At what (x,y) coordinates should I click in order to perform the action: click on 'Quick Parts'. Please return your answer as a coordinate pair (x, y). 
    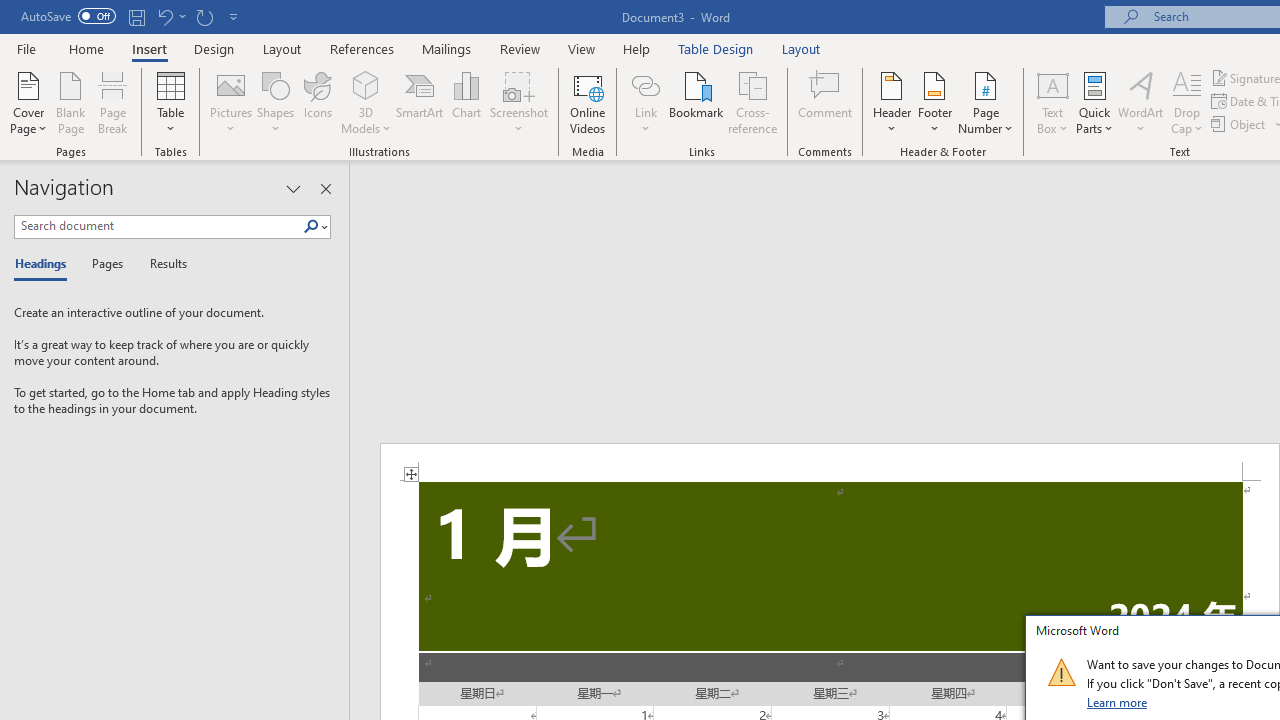
    Looking at the image, I should click on (1094, 103).